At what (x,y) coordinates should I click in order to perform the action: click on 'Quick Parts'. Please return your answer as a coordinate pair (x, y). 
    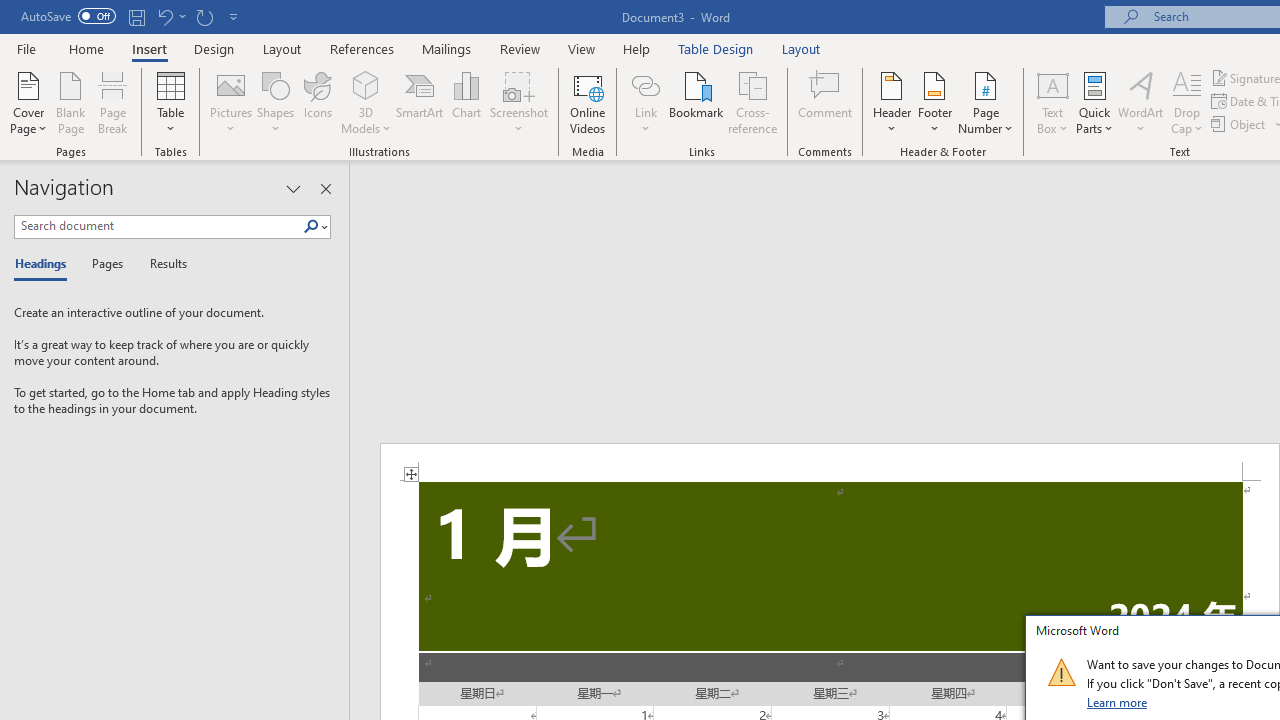
    Looking at the image, I should click on (1094, 103).